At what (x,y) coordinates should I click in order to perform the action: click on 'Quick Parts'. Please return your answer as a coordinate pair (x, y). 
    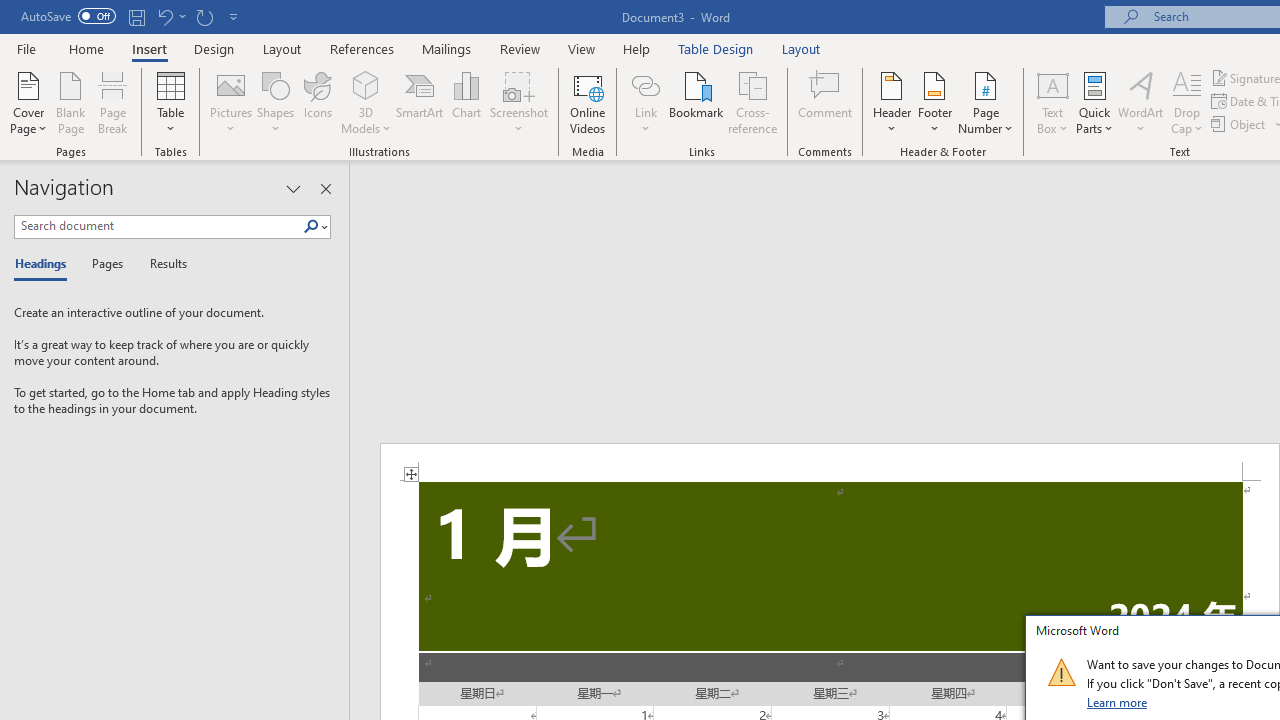
    Looking at the image, I should click on (1094, 103).